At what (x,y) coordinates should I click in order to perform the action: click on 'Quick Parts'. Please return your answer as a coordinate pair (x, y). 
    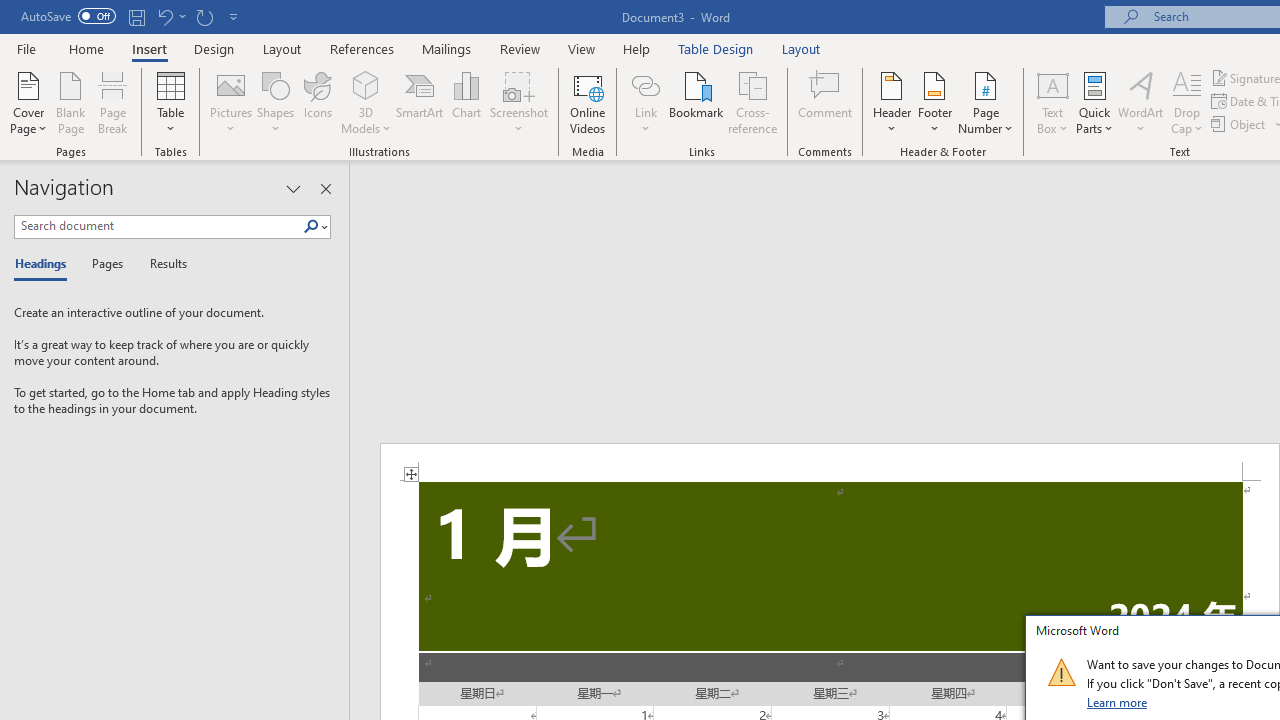
    Looking at the image, I should click on (1094, 103).